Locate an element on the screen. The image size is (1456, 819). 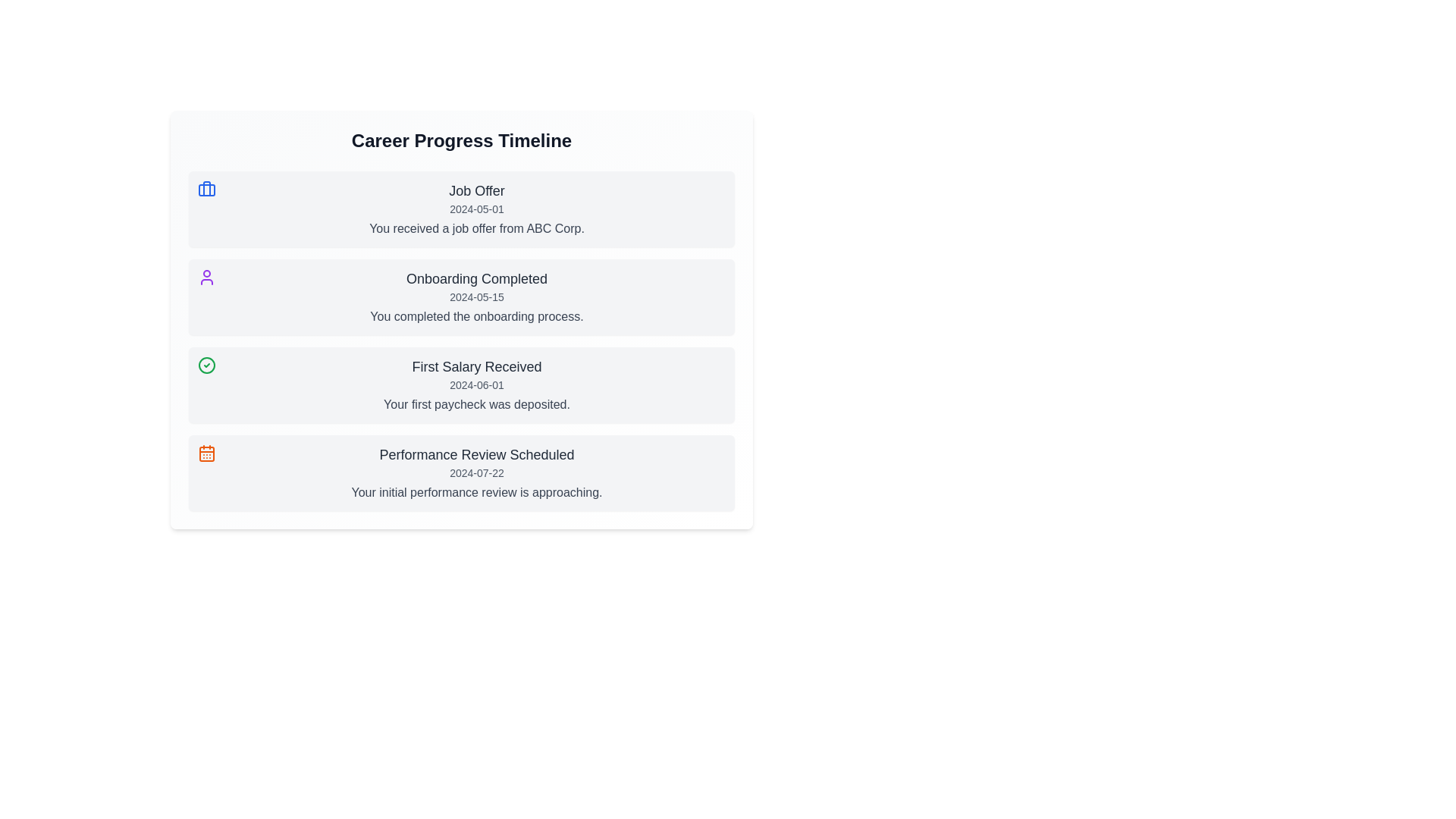
the Text Label element displaying 'Onboarding Completed', which is styled with a bold and large font, colored gray, and positioned in the second spot of the Career Progress Timeline is located at coordinates (475, 278).